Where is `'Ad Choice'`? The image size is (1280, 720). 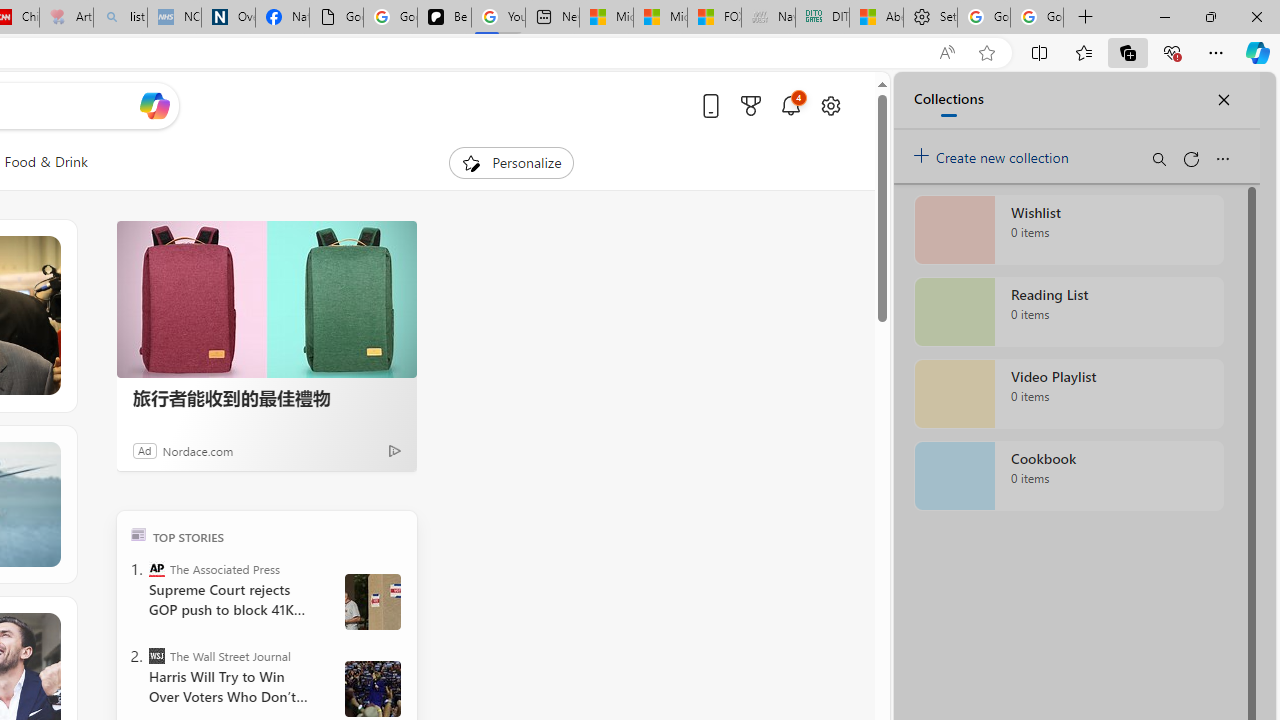 'Ad Choice' is located at coordinates (394, 450).